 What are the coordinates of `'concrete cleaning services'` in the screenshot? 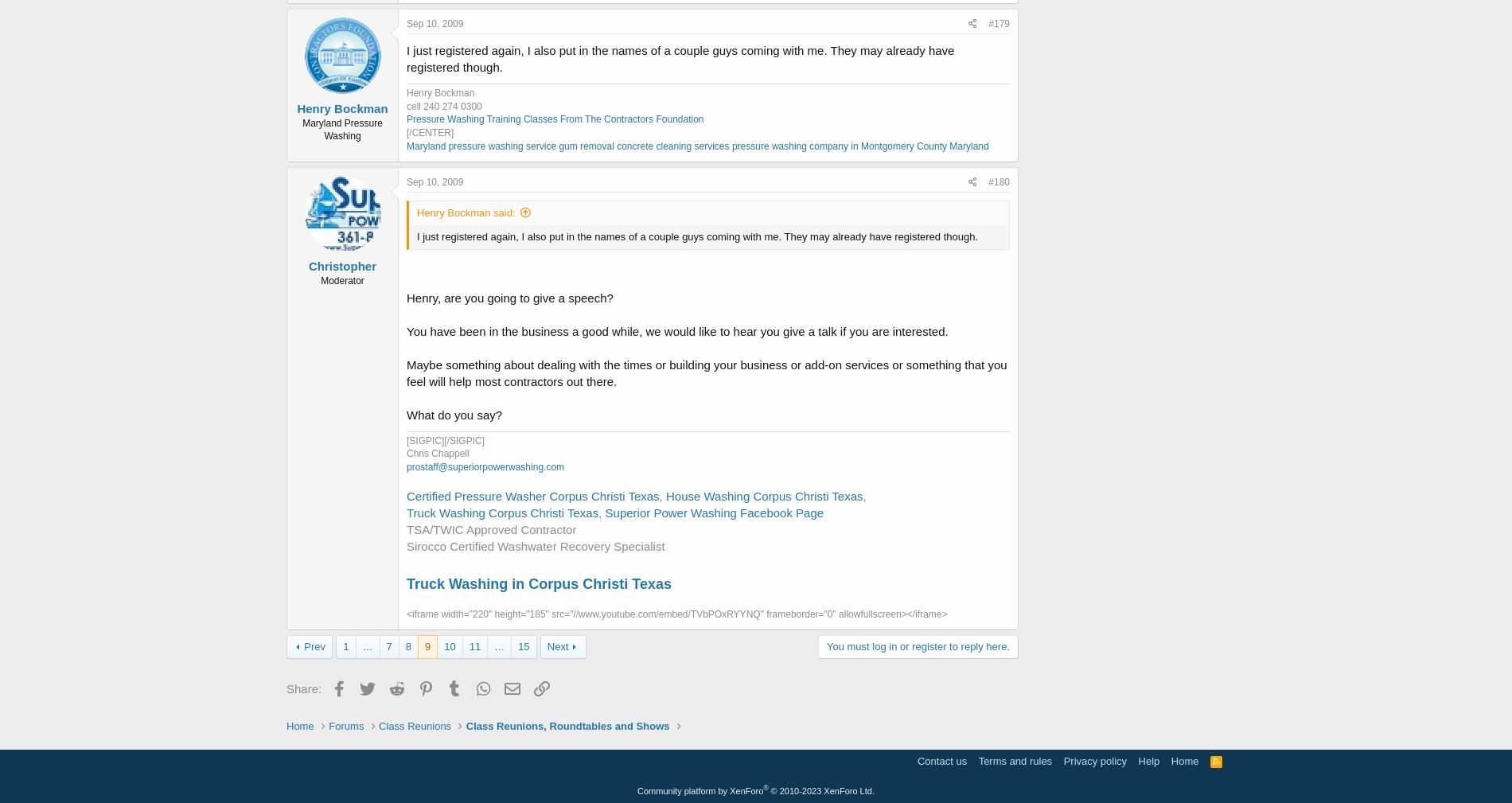 It's located at (672, 146).